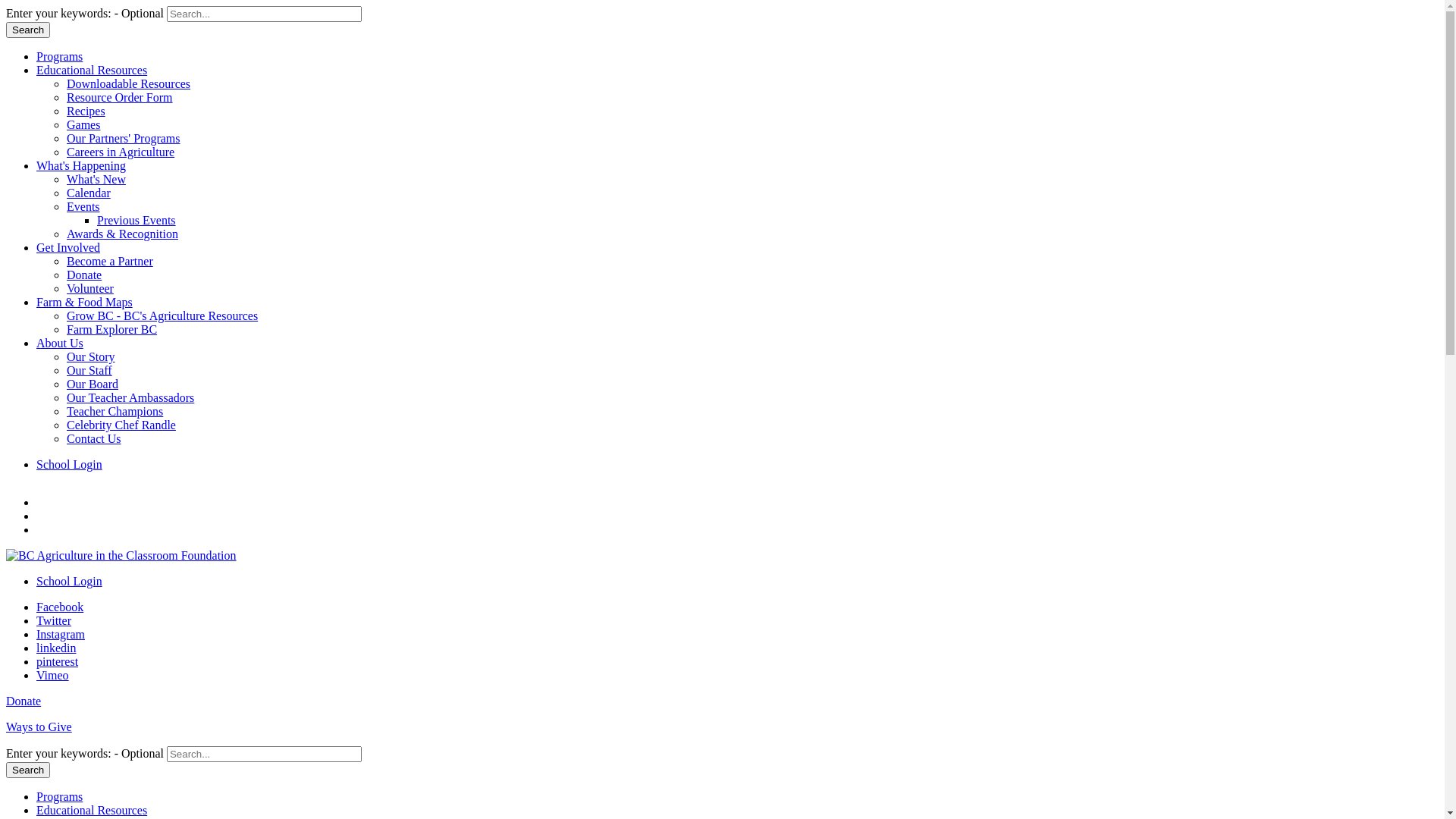  I want to click on 'pinterest', so click(36, 661).